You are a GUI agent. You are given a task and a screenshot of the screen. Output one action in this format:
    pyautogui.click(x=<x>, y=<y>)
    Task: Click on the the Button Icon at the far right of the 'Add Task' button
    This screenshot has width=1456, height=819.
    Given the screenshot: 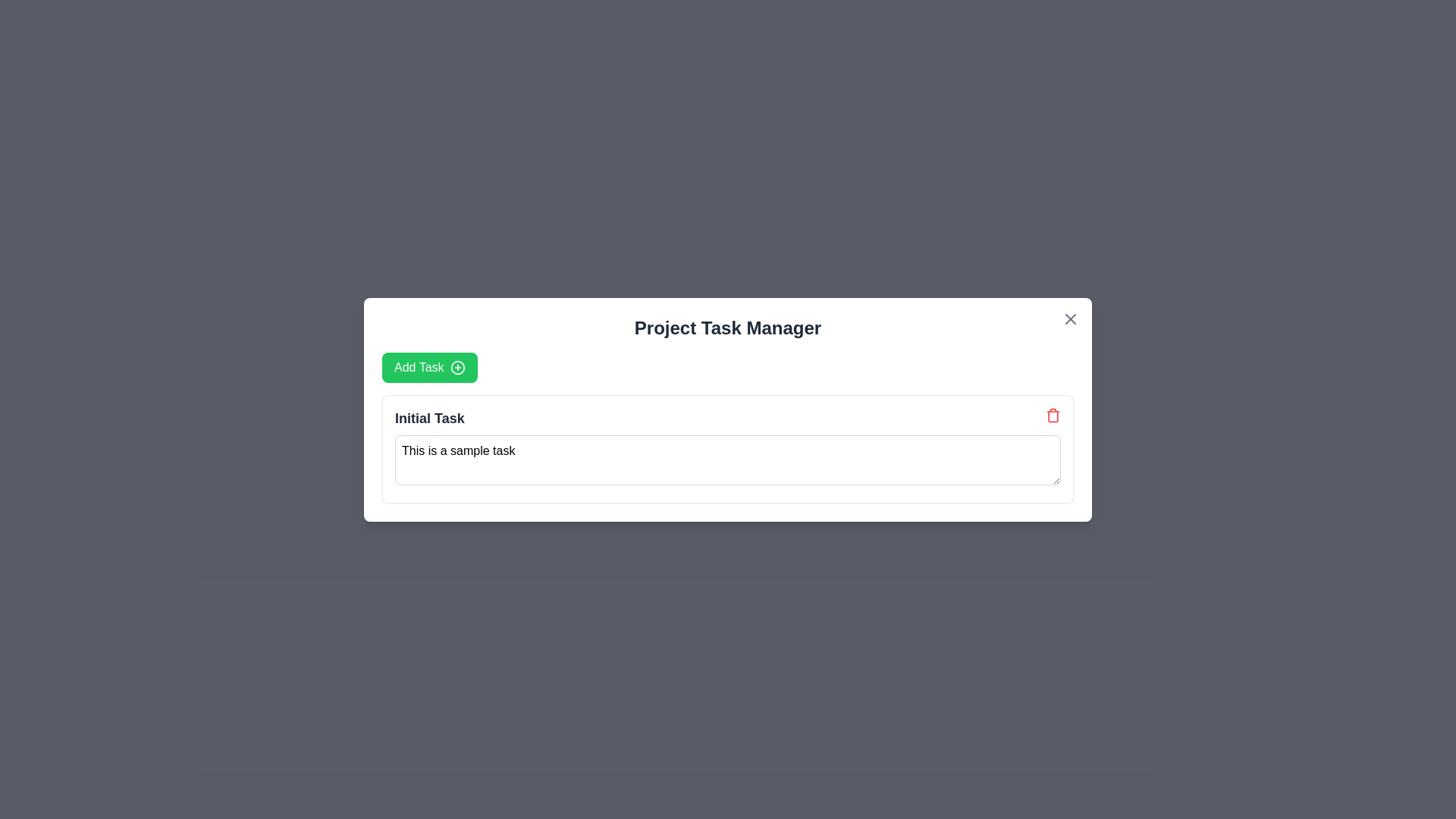 What is the action you would take?
    pyautogui.click(x=457, y=367)
    